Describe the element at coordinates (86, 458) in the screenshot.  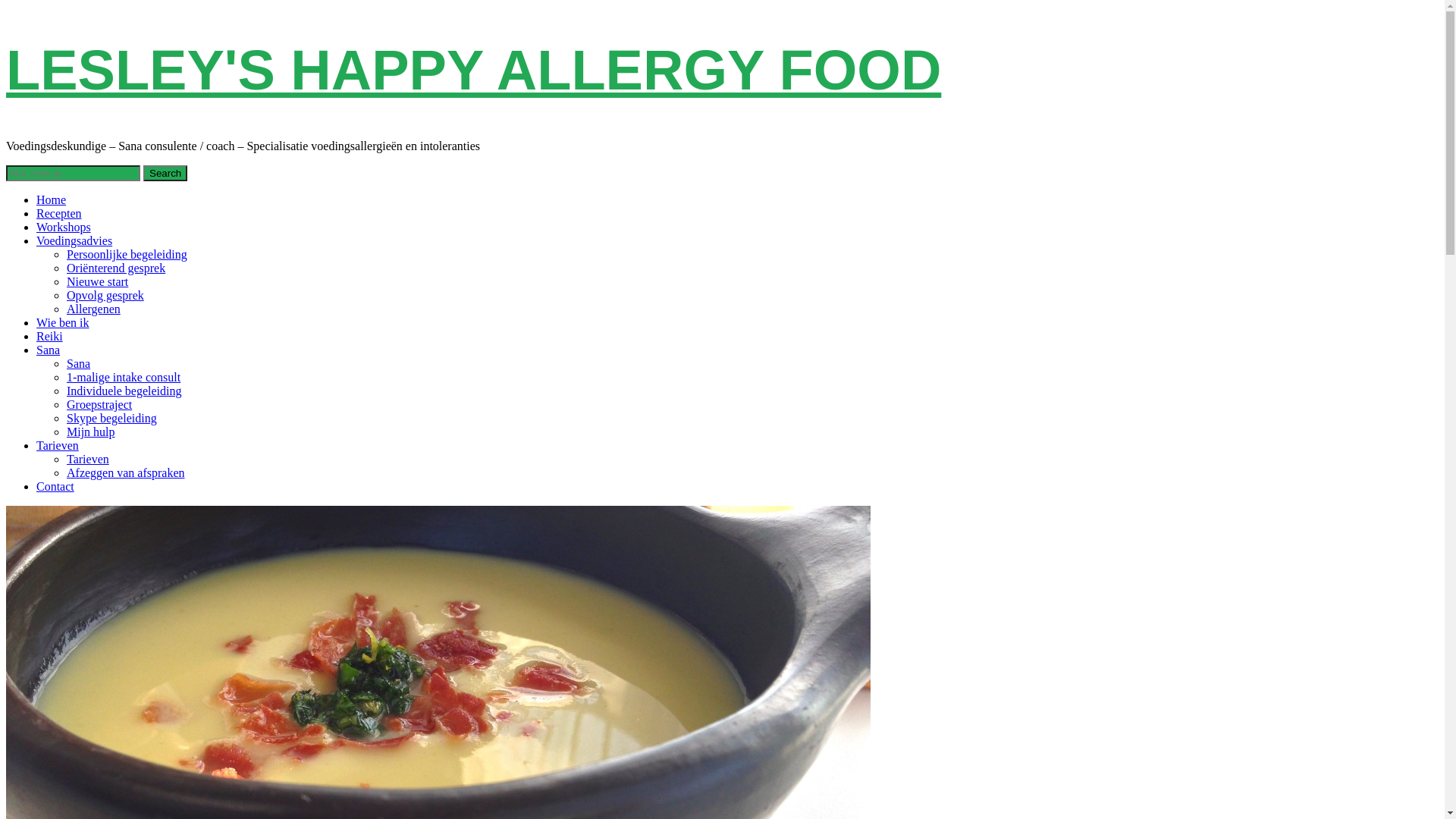
I see `'Tarieven'` at that location.